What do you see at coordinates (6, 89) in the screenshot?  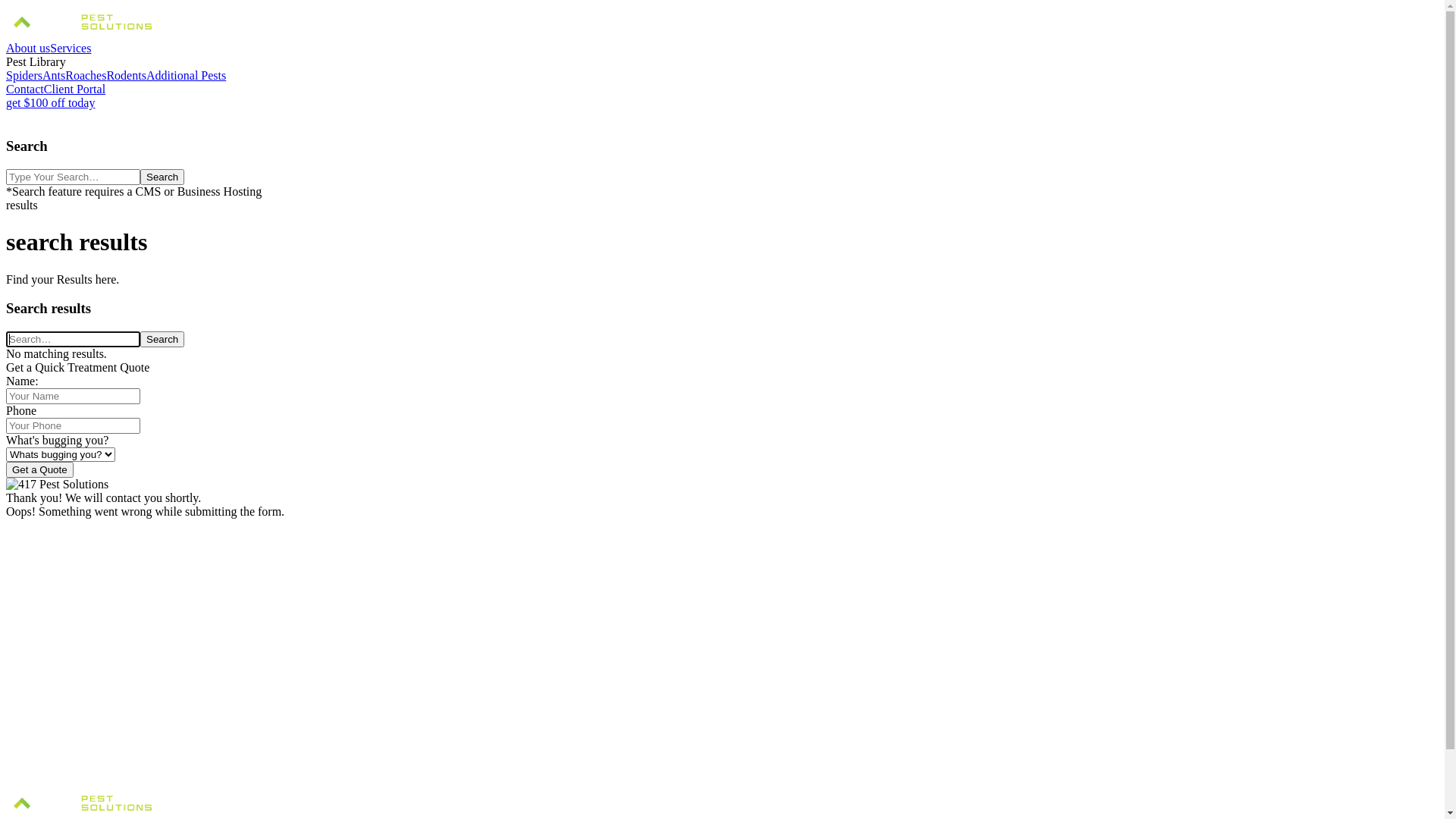 I see `'Contact'` at bounding box center [6, 89].